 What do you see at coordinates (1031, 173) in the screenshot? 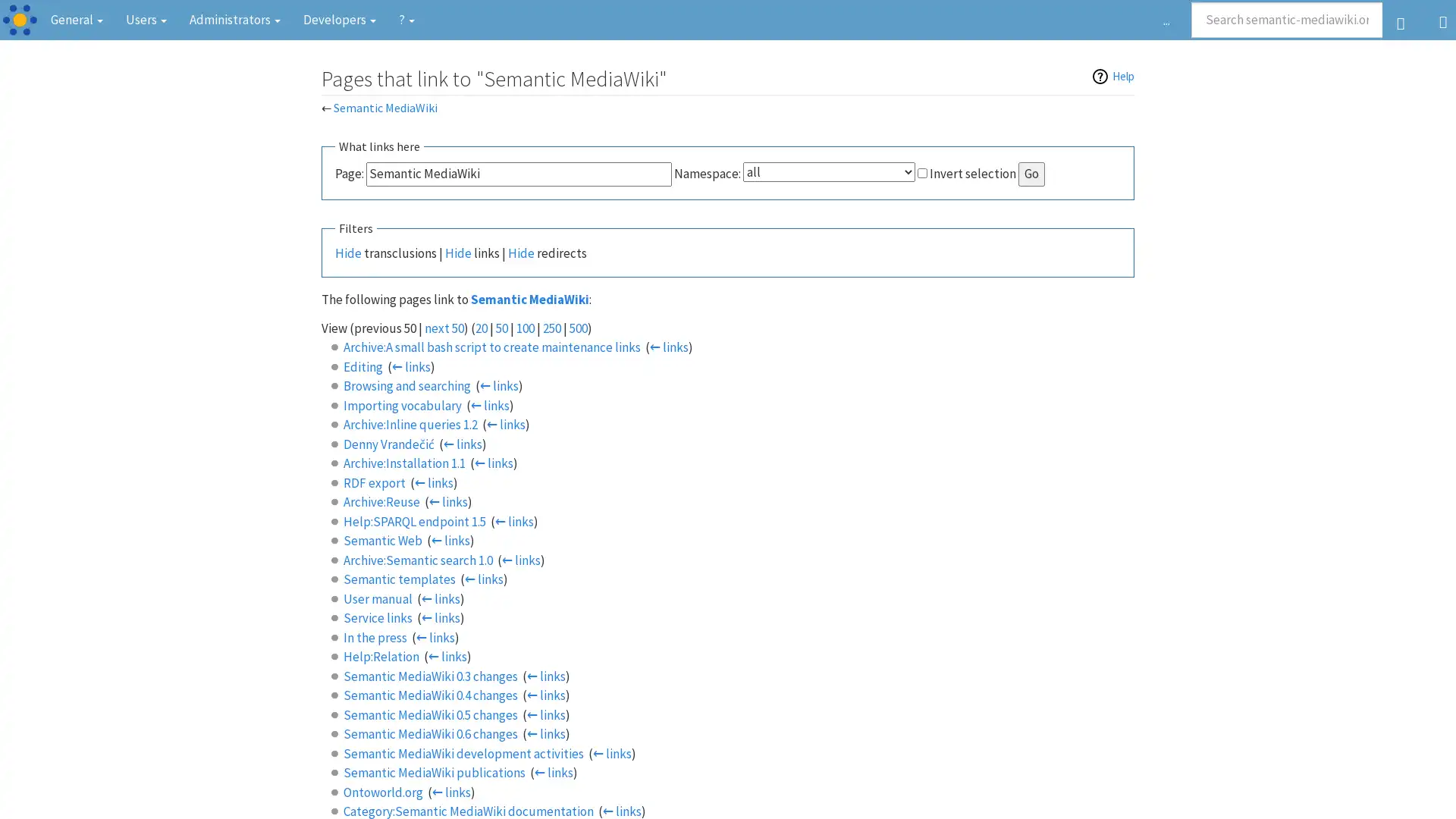
I see `Go` at bounding box center [1031, 173].